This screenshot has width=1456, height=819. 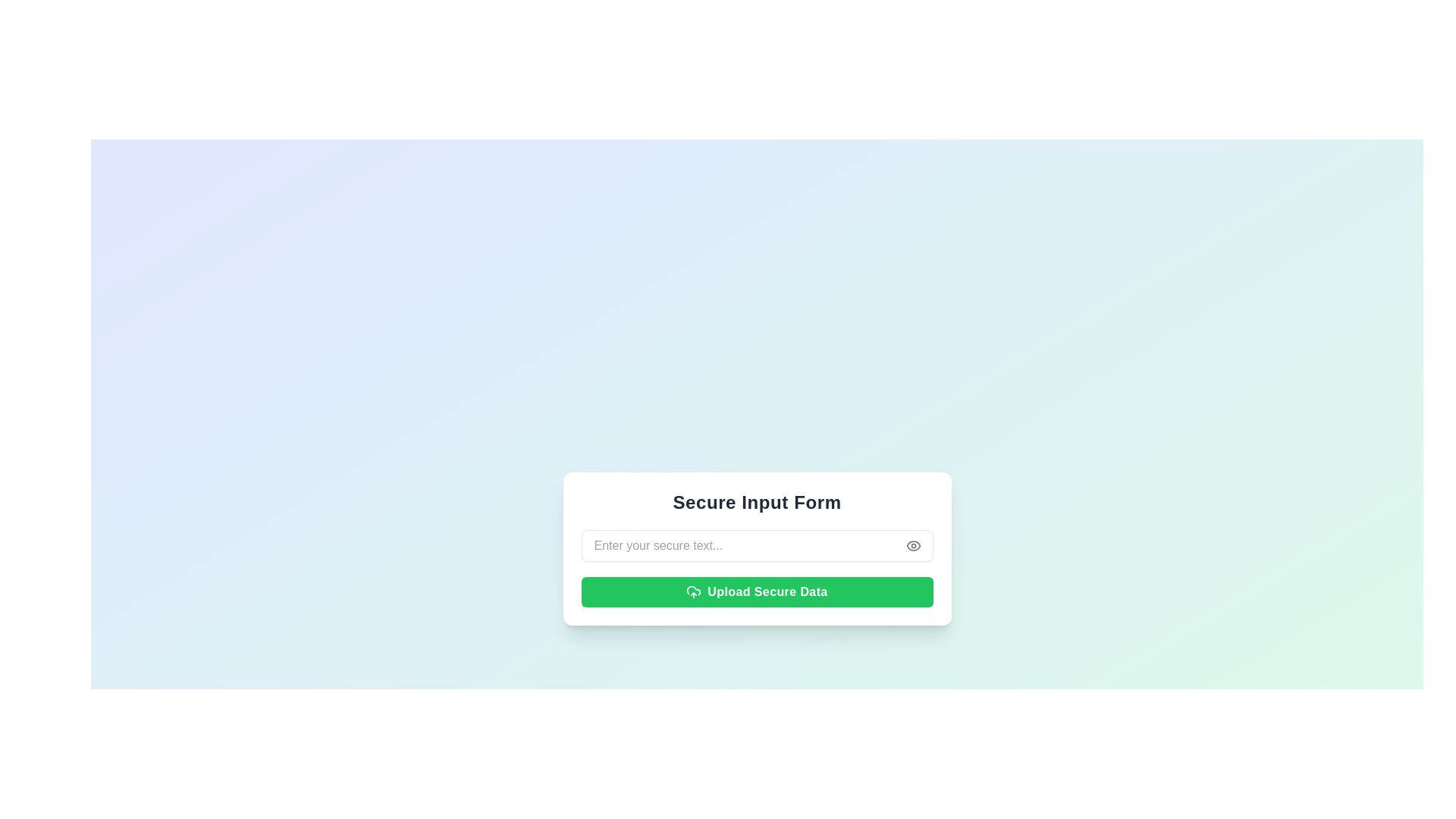 What do you see at coordinates (912, 546) in the screenshot?
I see `the outer elliptical outline of the SVG graphic resembling an eye, located in the top-right corner of a text input box` at bounding box center [912, 546].